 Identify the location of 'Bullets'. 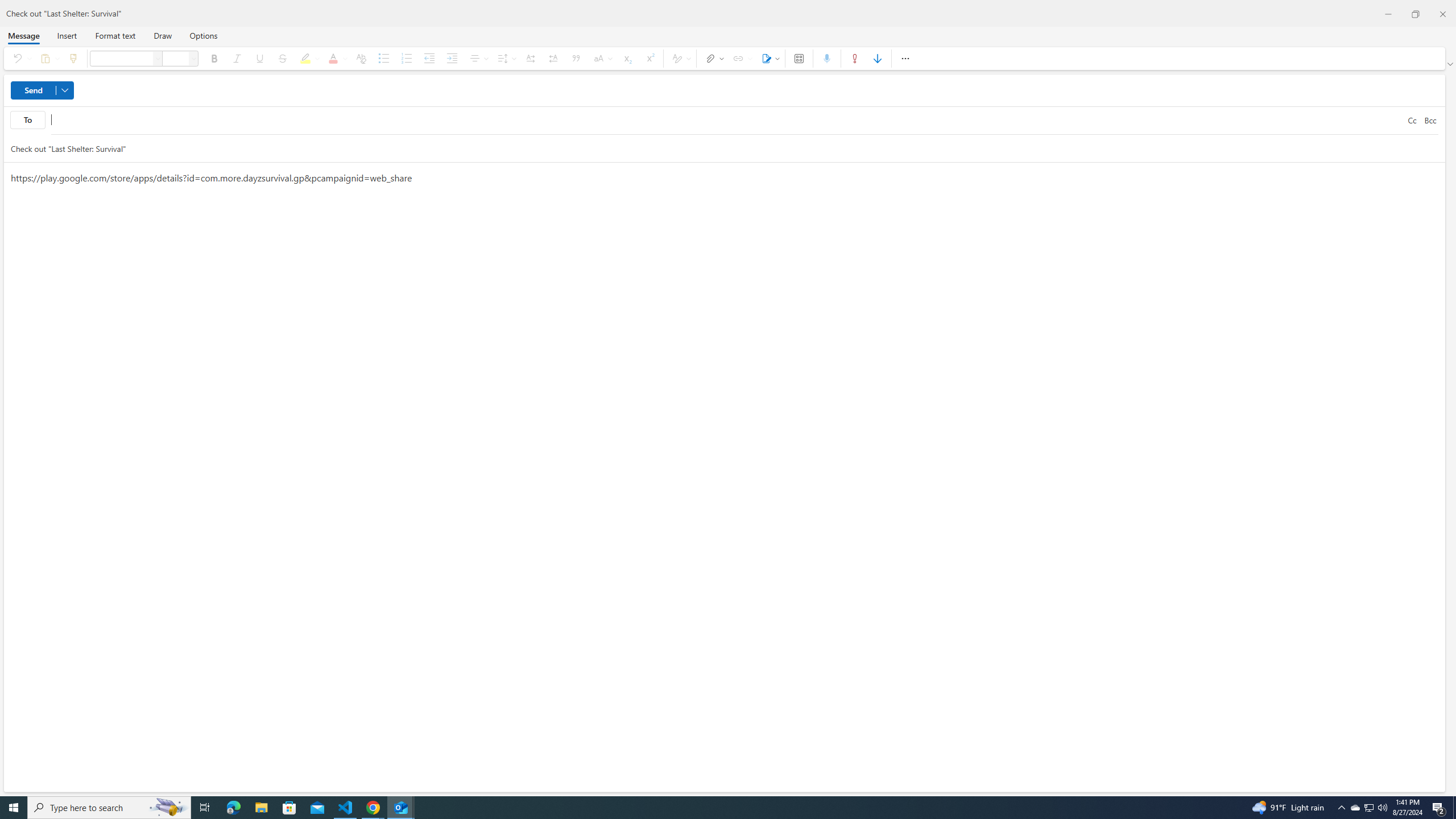
(383, 58).